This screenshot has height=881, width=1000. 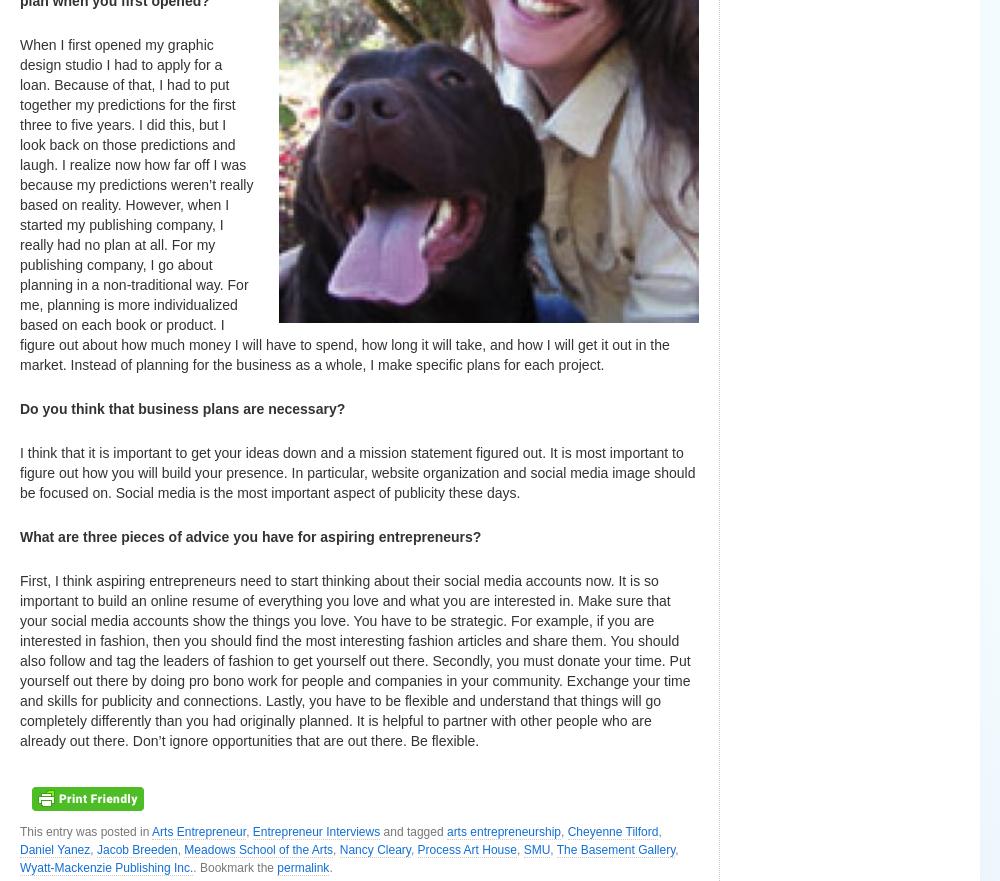 What do you see at coordinates (250, 536) in the screenshot?
I see `'What are three pieces of advice you have for aspiring entrepreneurs?'` at bounding box center [250, 536].